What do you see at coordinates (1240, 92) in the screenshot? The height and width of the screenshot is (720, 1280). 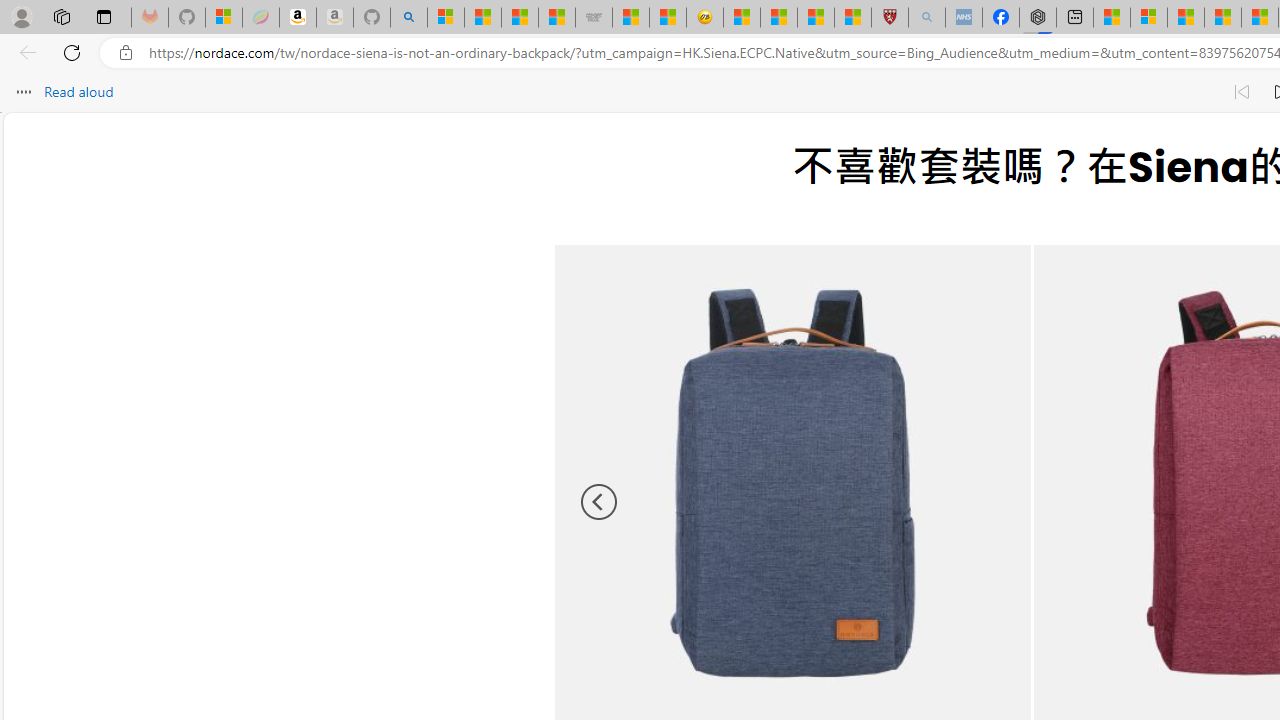 I see `'Read previous paragraph'` at bounding box center [1240, 92].